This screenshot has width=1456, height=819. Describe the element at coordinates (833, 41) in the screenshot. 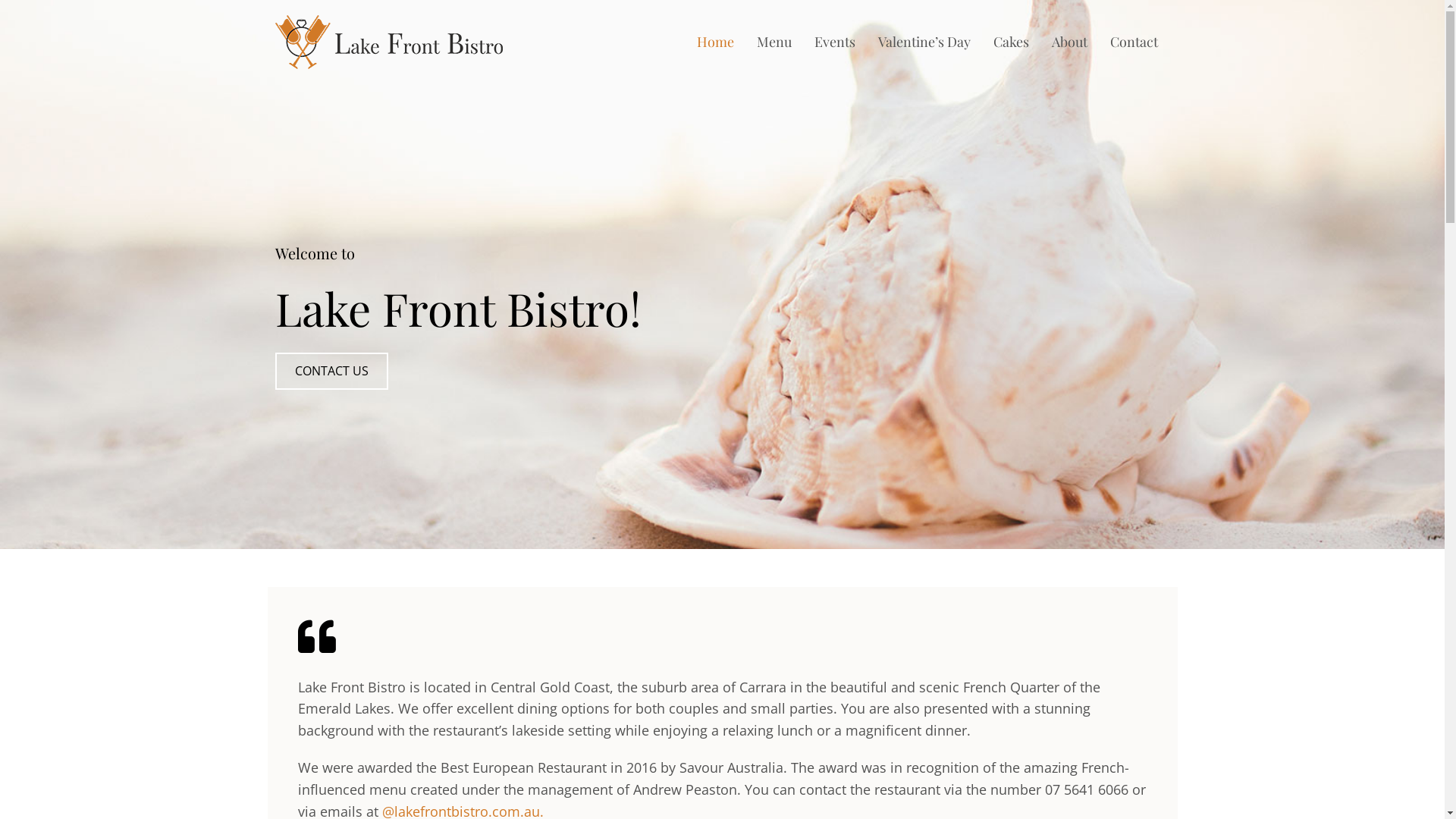

I see `'Events'` at that location.